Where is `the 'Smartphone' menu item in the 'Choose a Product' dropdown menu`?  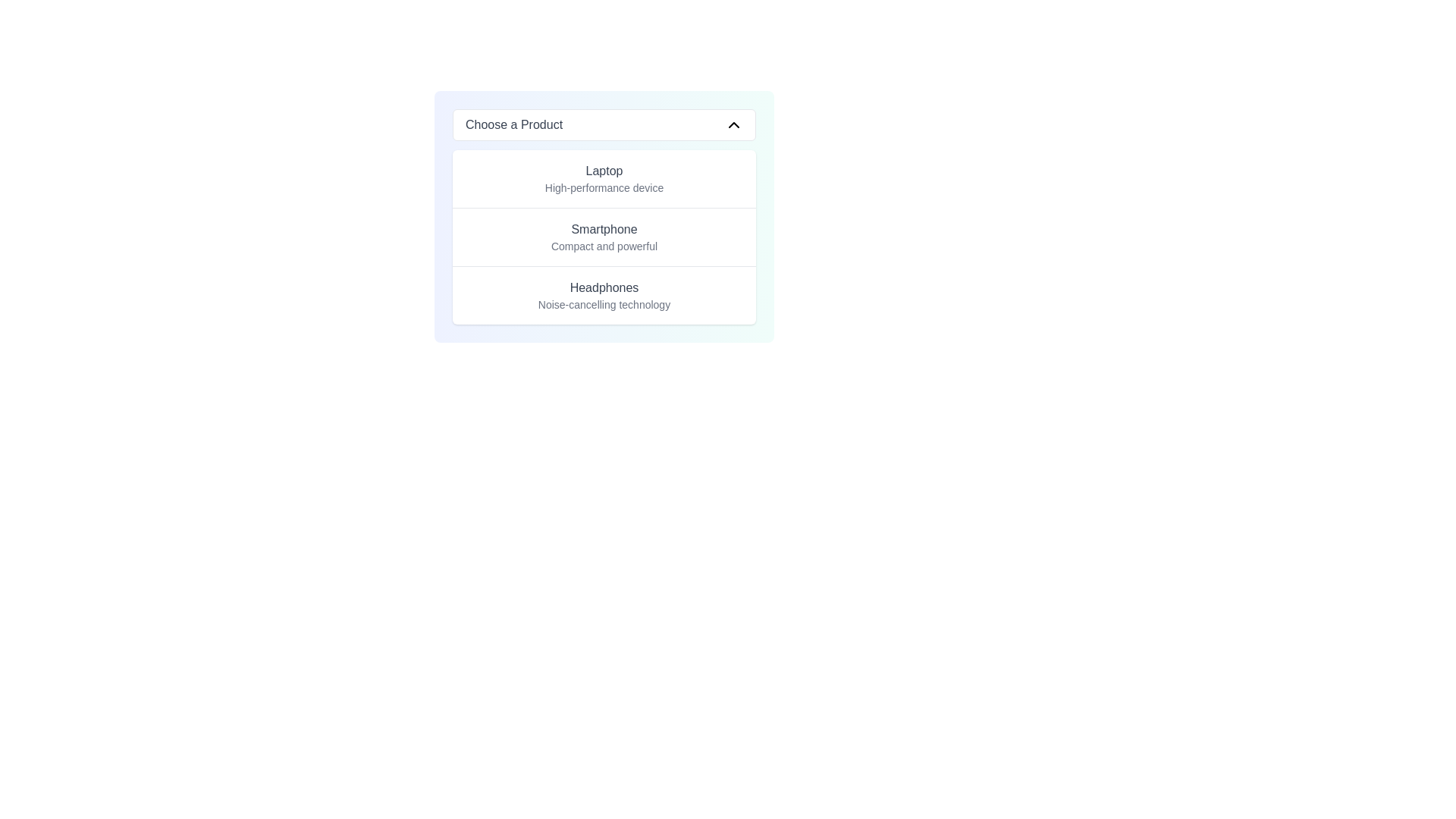 the 'Smartphone' menu item in the 'Choose a Product' dropdown menu is located at coordinates (603, 237).